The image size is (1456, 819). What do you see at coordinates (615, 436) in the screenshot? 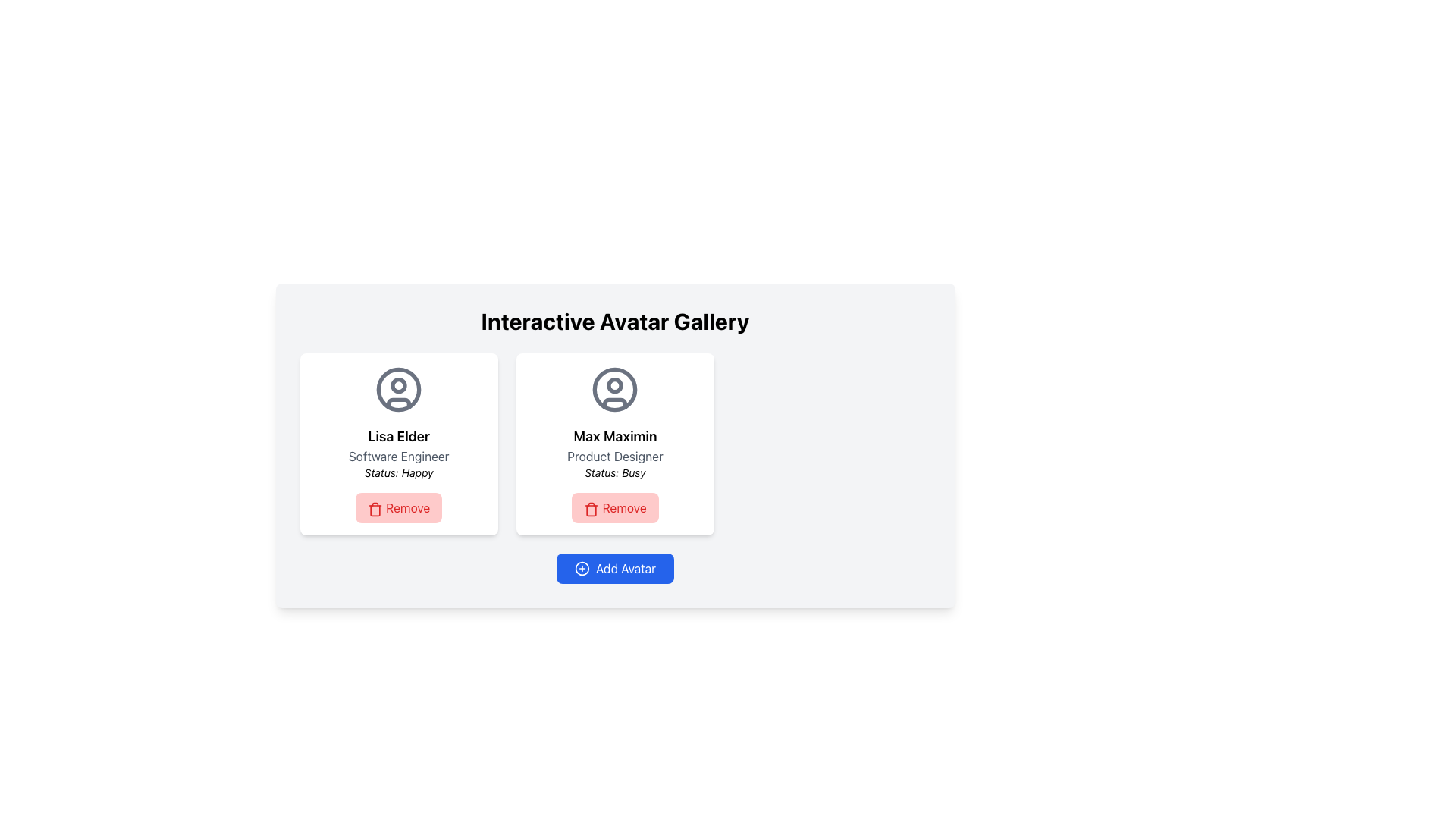
I see `the static text display that represents the name of an individual or entity, located in the right card above the 'Product Designer' subtitle and 'Status: Busy' status text` at bounding box center [615, 436].